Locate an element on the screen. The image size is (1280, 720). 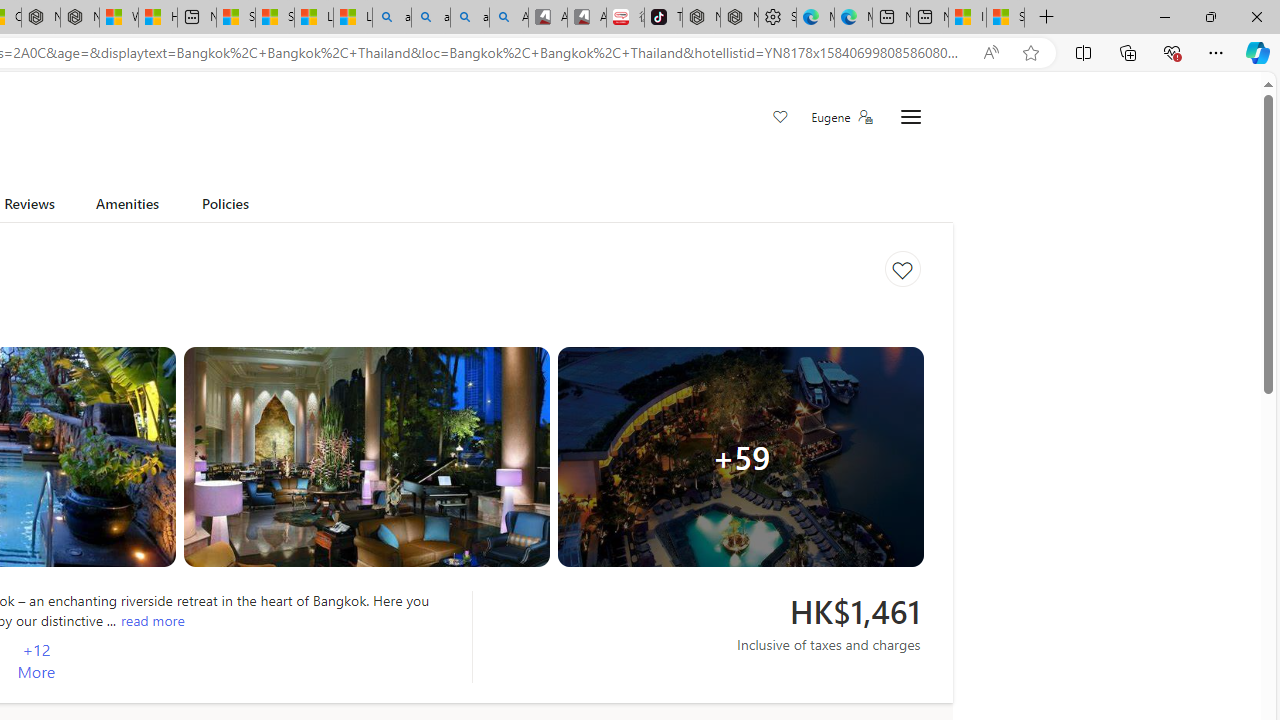
'Eugene' is located at coordinates (841, 117).